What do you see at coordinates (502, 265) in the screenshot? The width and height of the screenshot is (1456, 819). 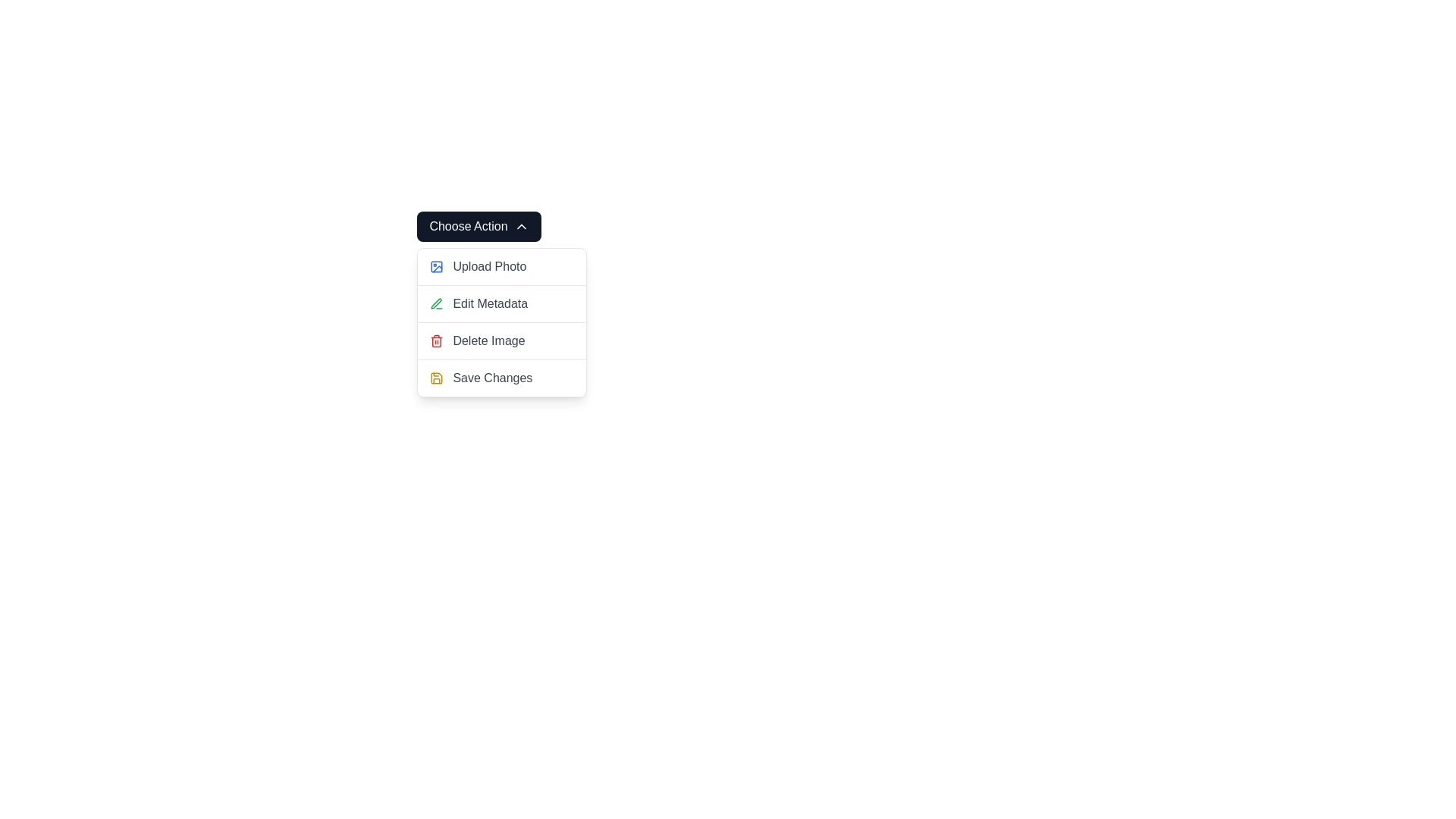 I see `the 'Upload Photo' button located at the top of the options list under the 'Choose Action' menu` at bounding box center [502, 265].